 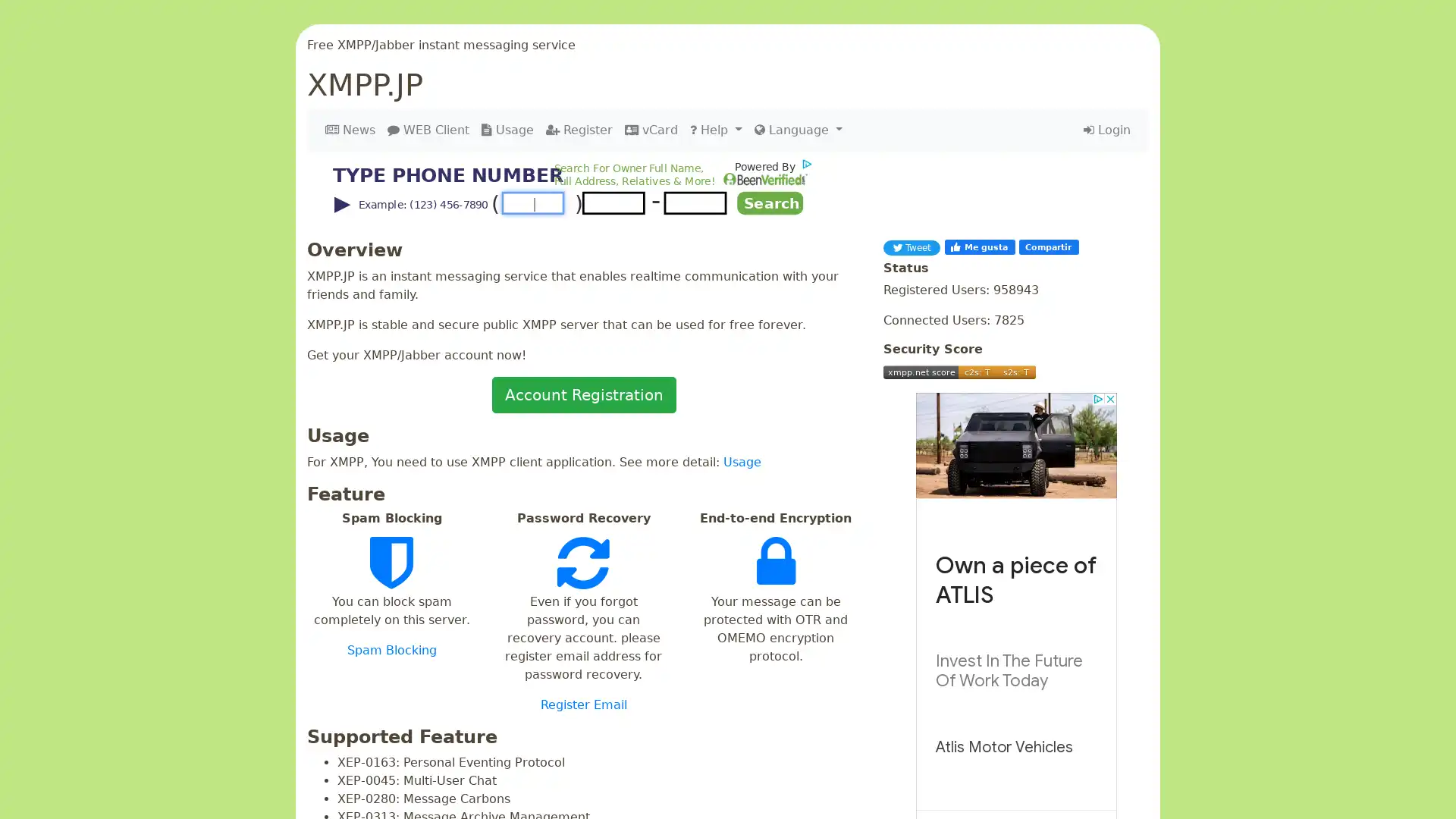 What do you see at coordinates (582, 394) in the screenshot?
I see `Account Registration` at bounding box center [582, 394].